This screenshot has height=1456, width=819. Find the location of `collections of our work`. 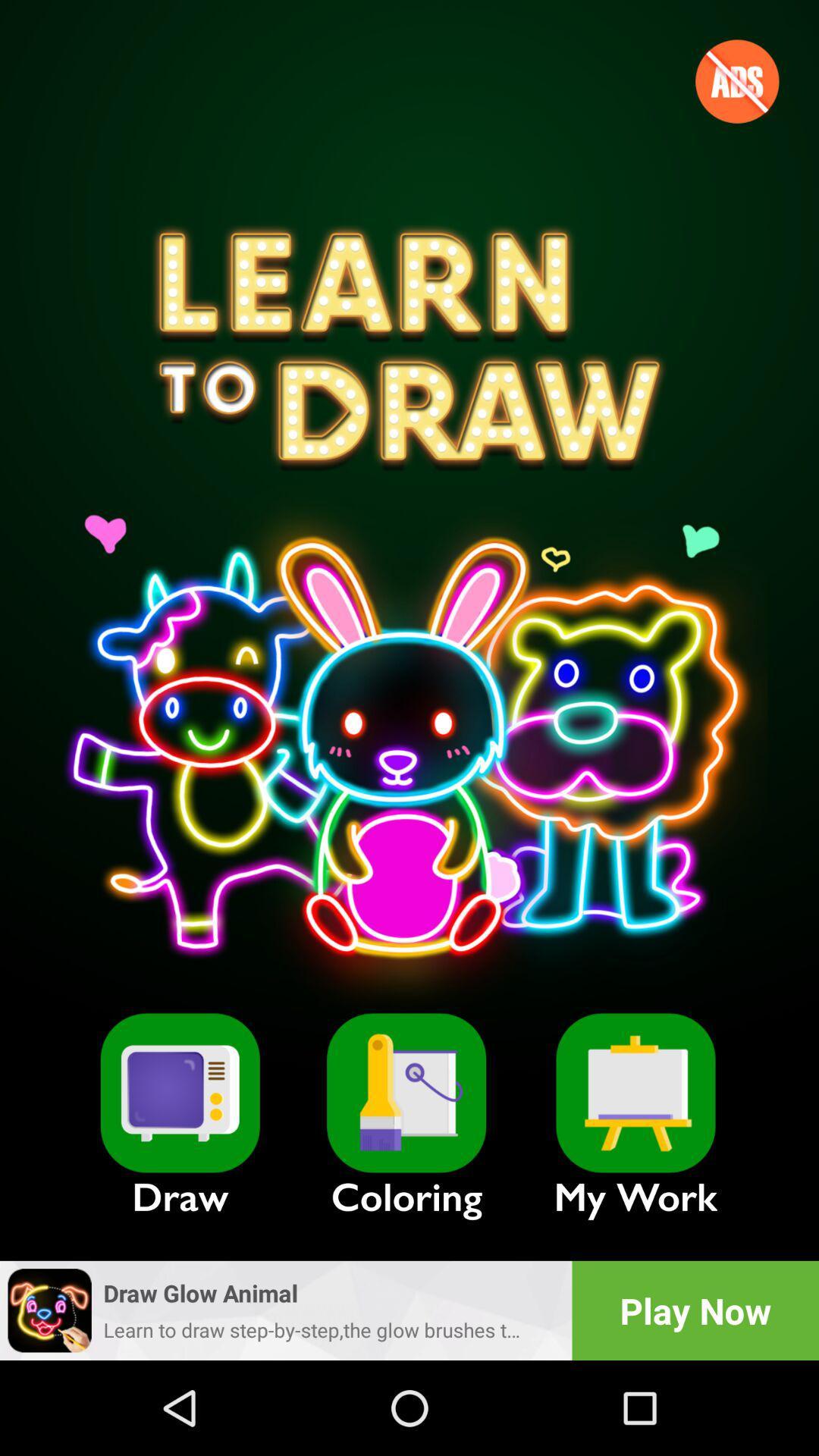

collections of our work is located at coordinates (635, 1093).